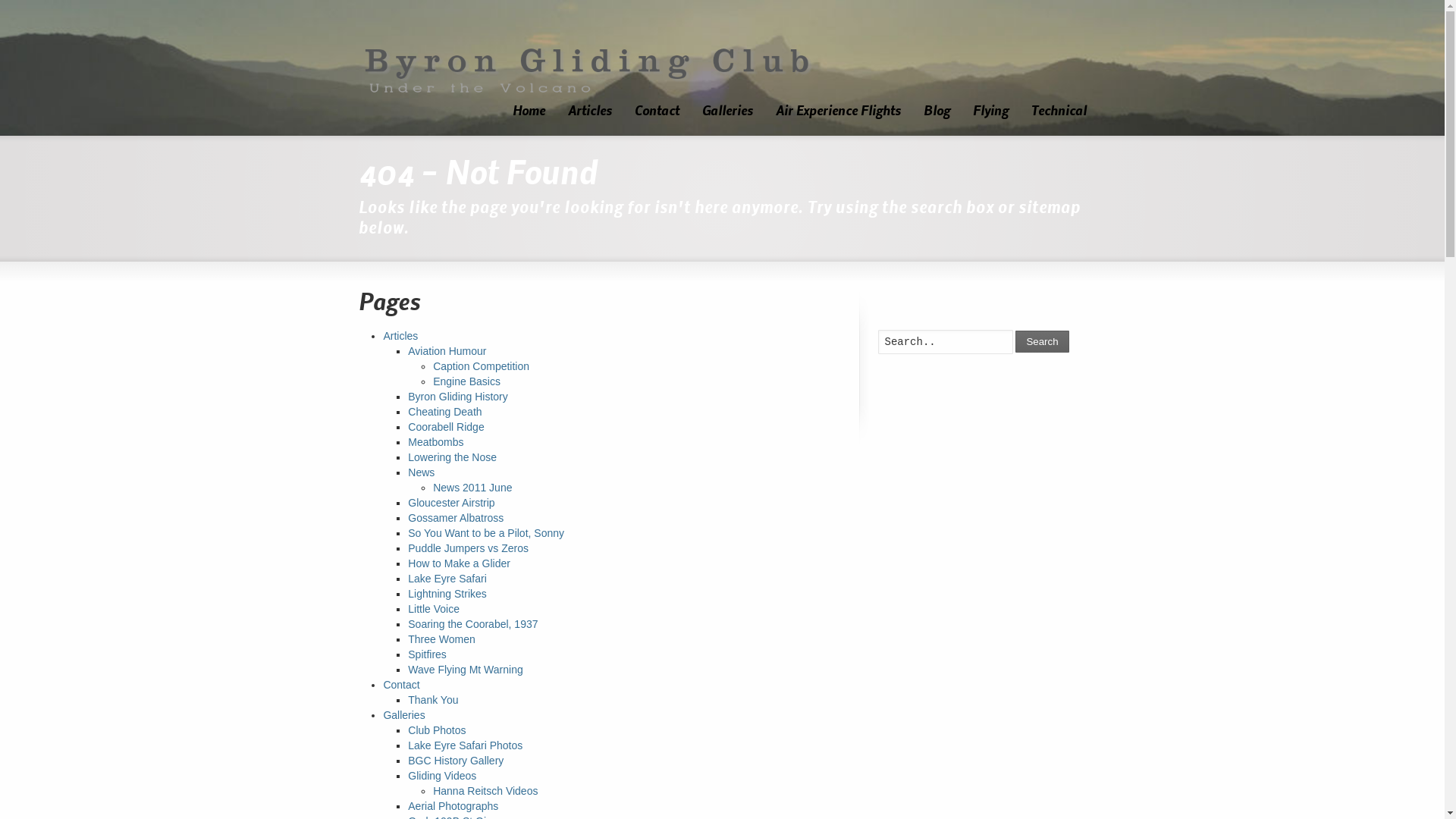  Describe the element at coordinates (464, 669) in the screenshot. I see `'Wave Flying Mt Warning'` at that location.